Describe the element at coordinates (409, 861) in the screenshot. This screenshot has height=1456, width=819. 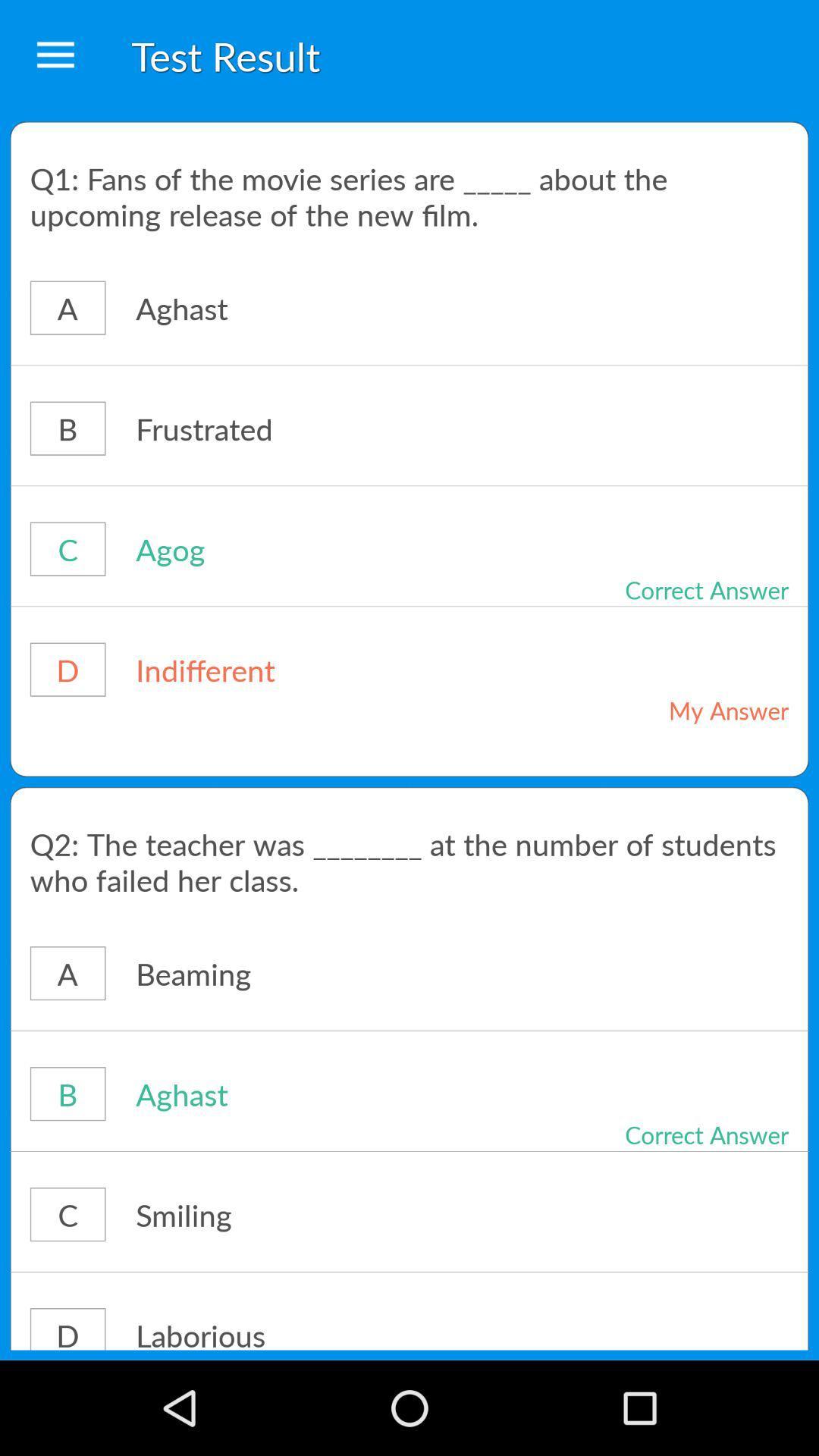
I see `the item above a item` at that location.